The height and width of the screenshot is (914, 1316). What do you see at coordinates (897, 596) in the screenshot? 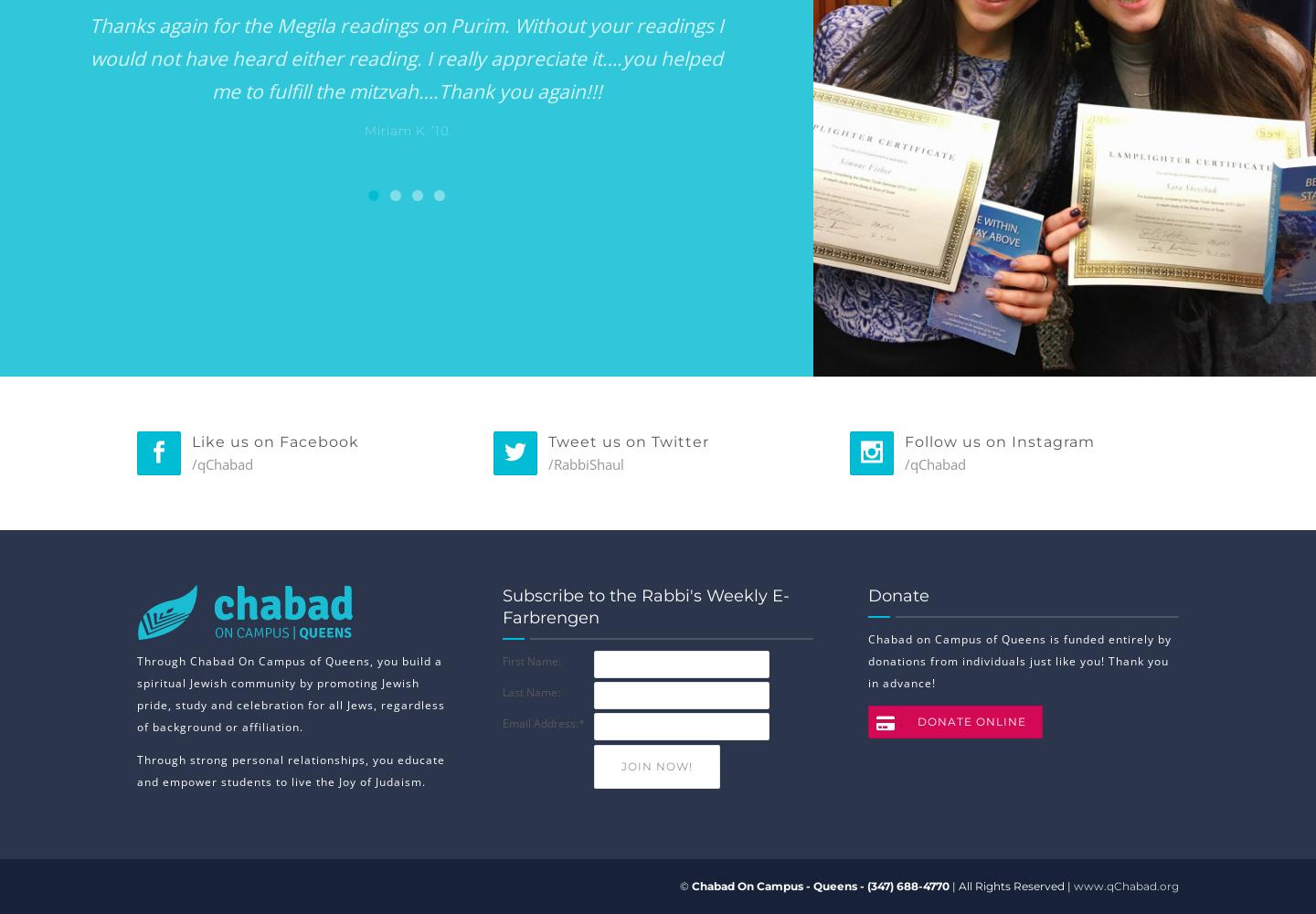
I see `'Donate'` at bounding box center [897, 596].